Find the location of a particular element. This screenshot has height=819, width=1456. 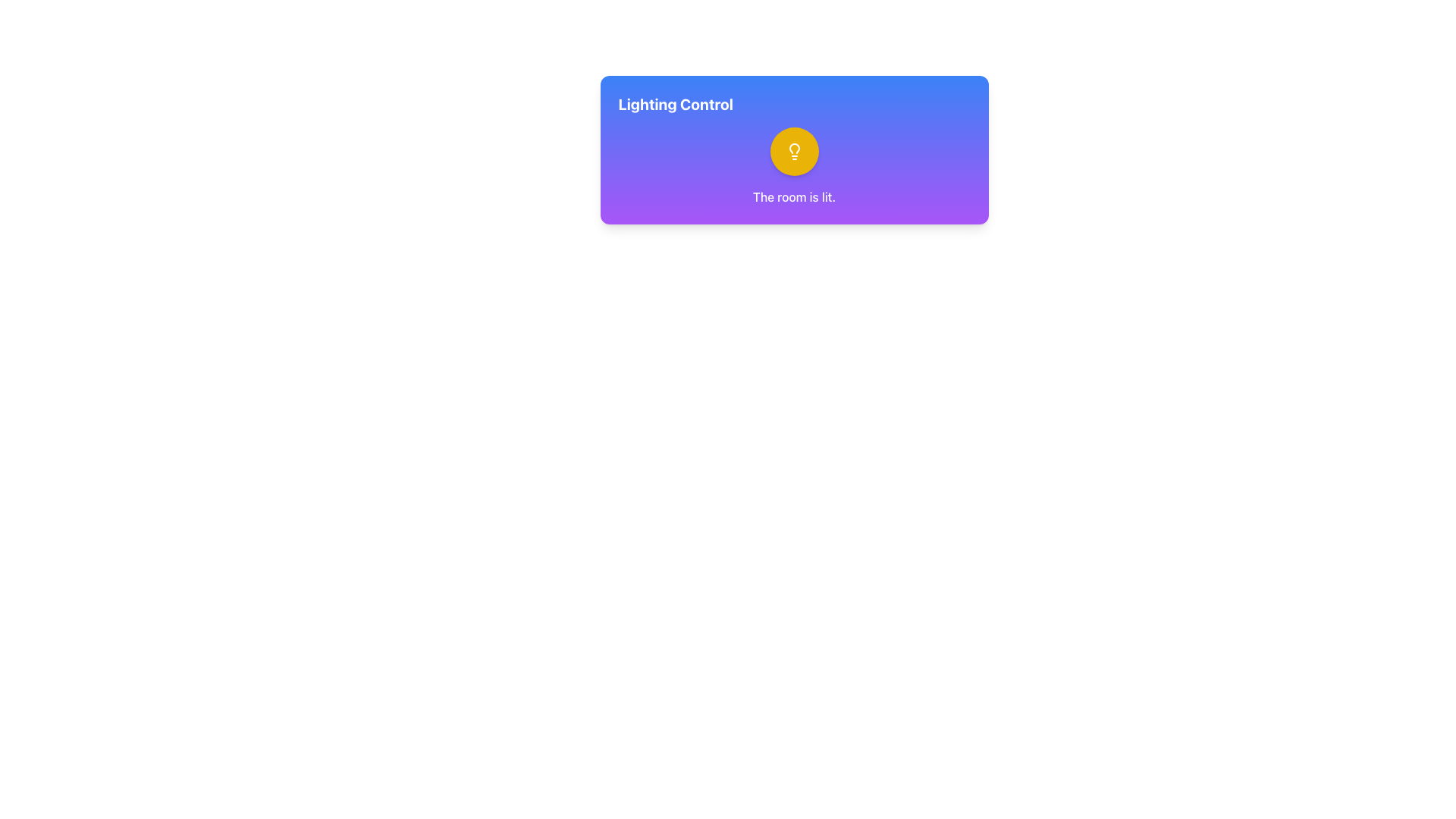

the appearance or tooltips of the central part of the lightbulb icon, which represents lighting functionality is located at coordinates (793, 149).